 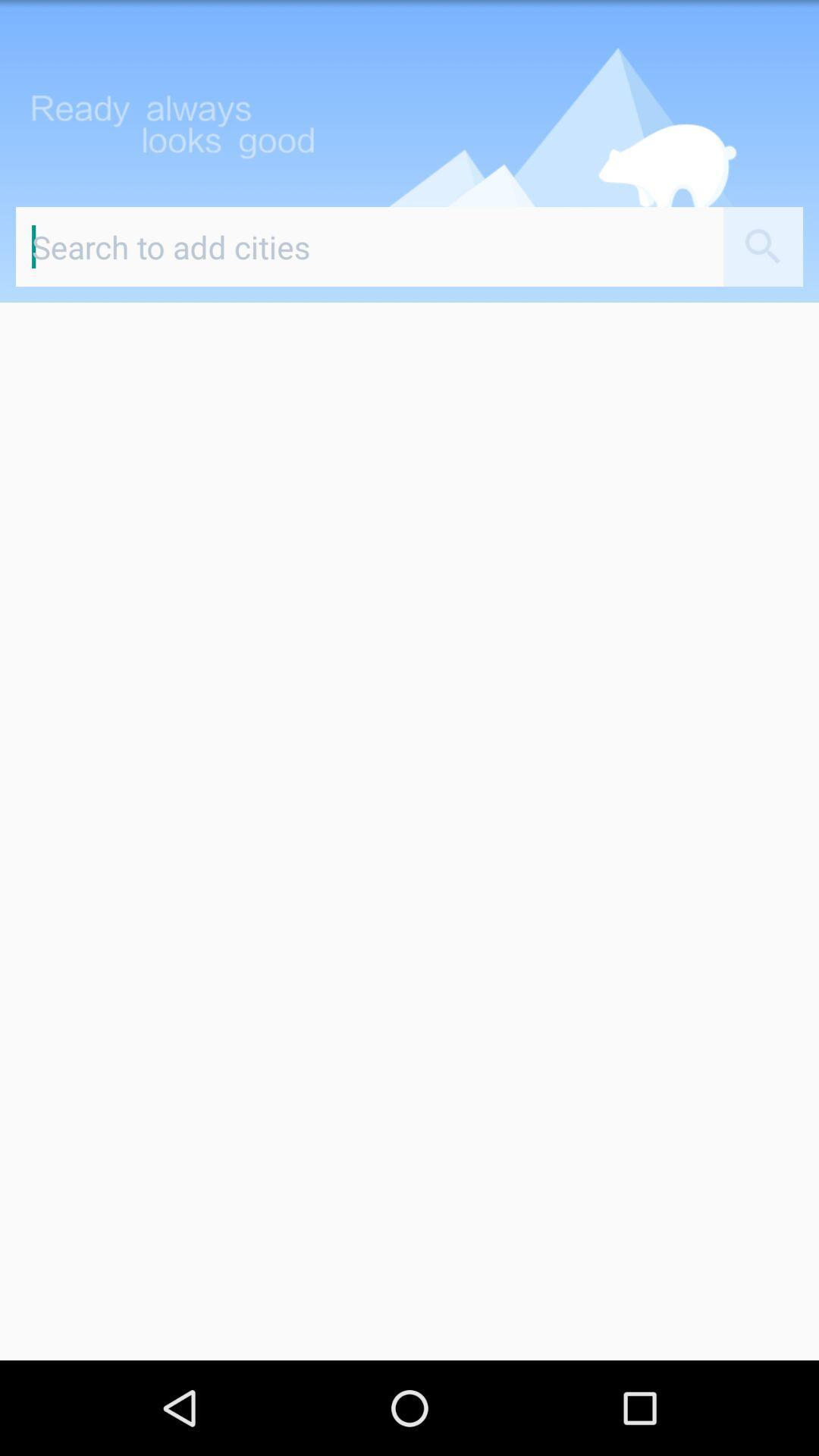 I want to click on input city search text, so click(x=369, y=246).